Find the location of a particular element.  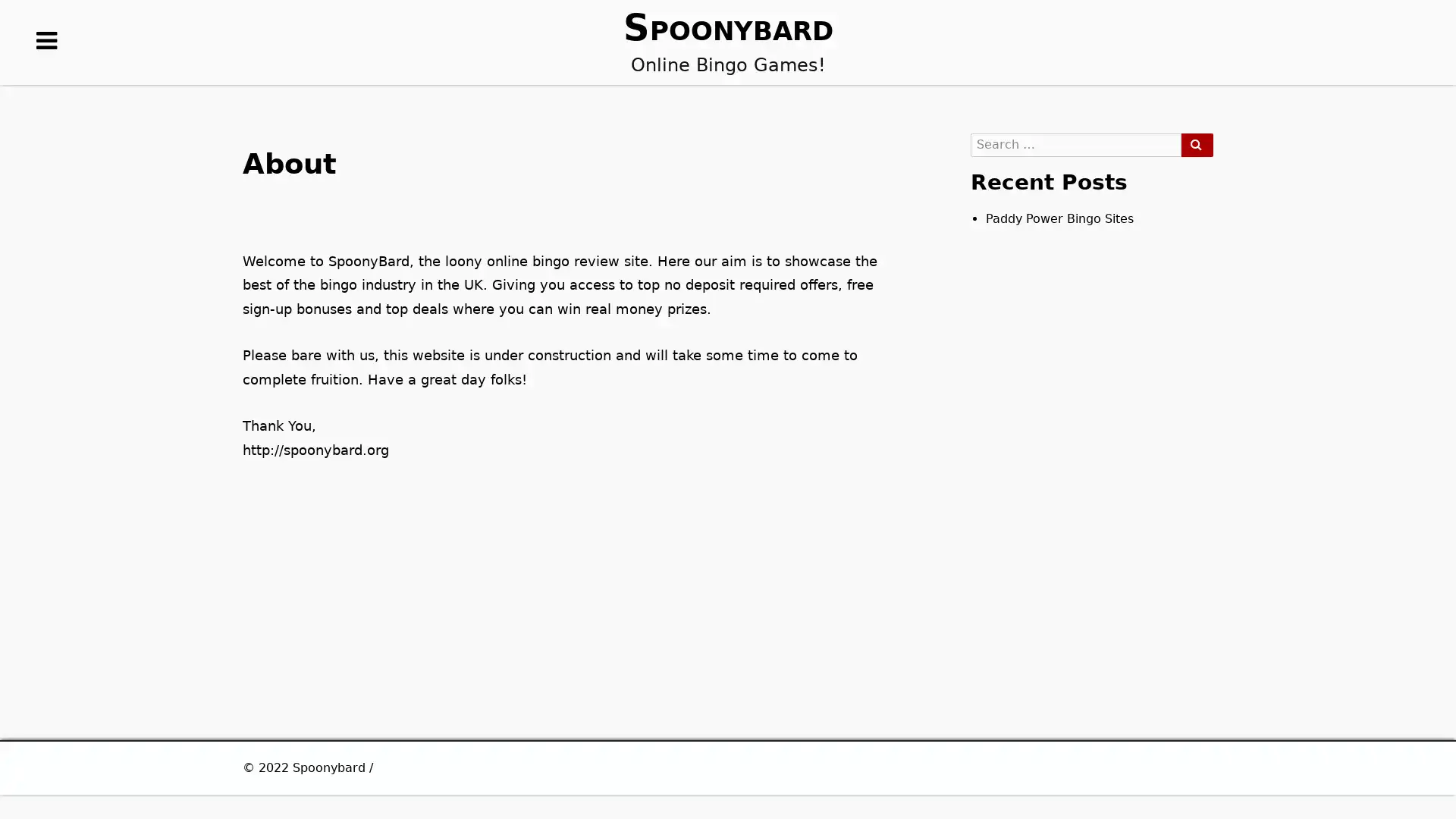

SEARCH is located at coordinates (1196, 145).